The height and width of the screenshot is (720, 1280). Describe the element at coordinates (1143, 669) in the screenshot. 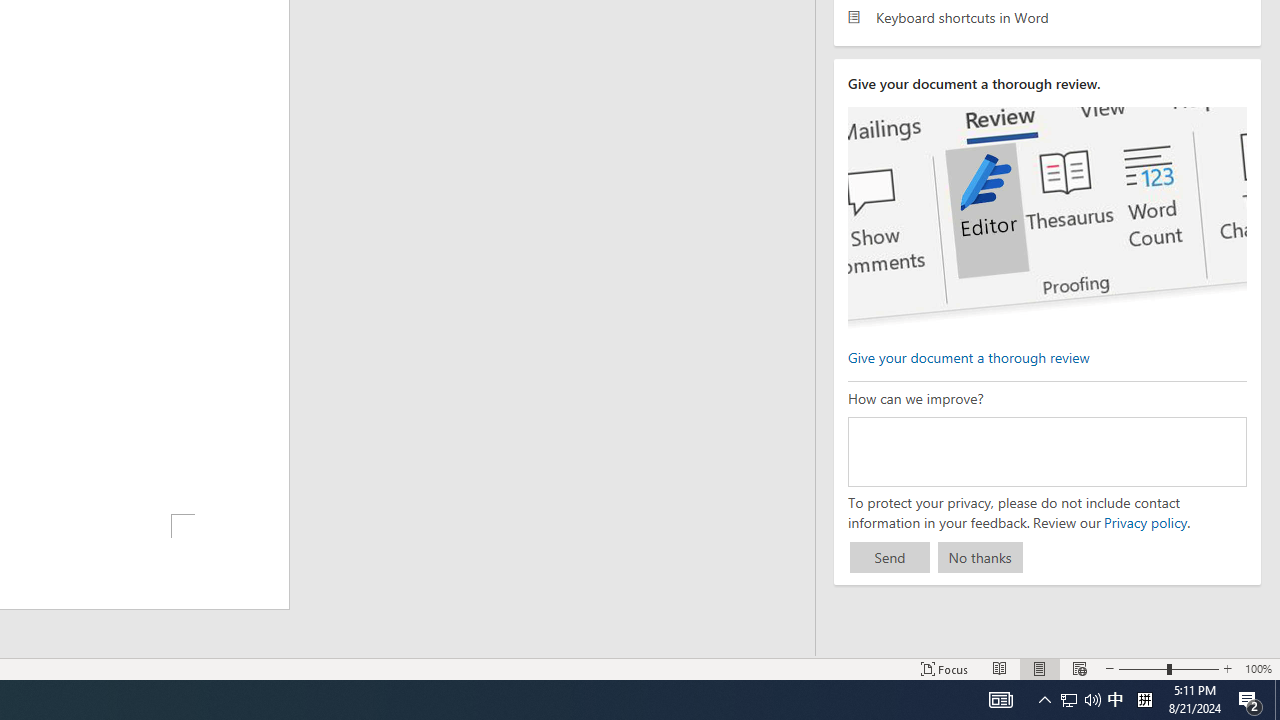

I see `'Zoom Out'` at that location.